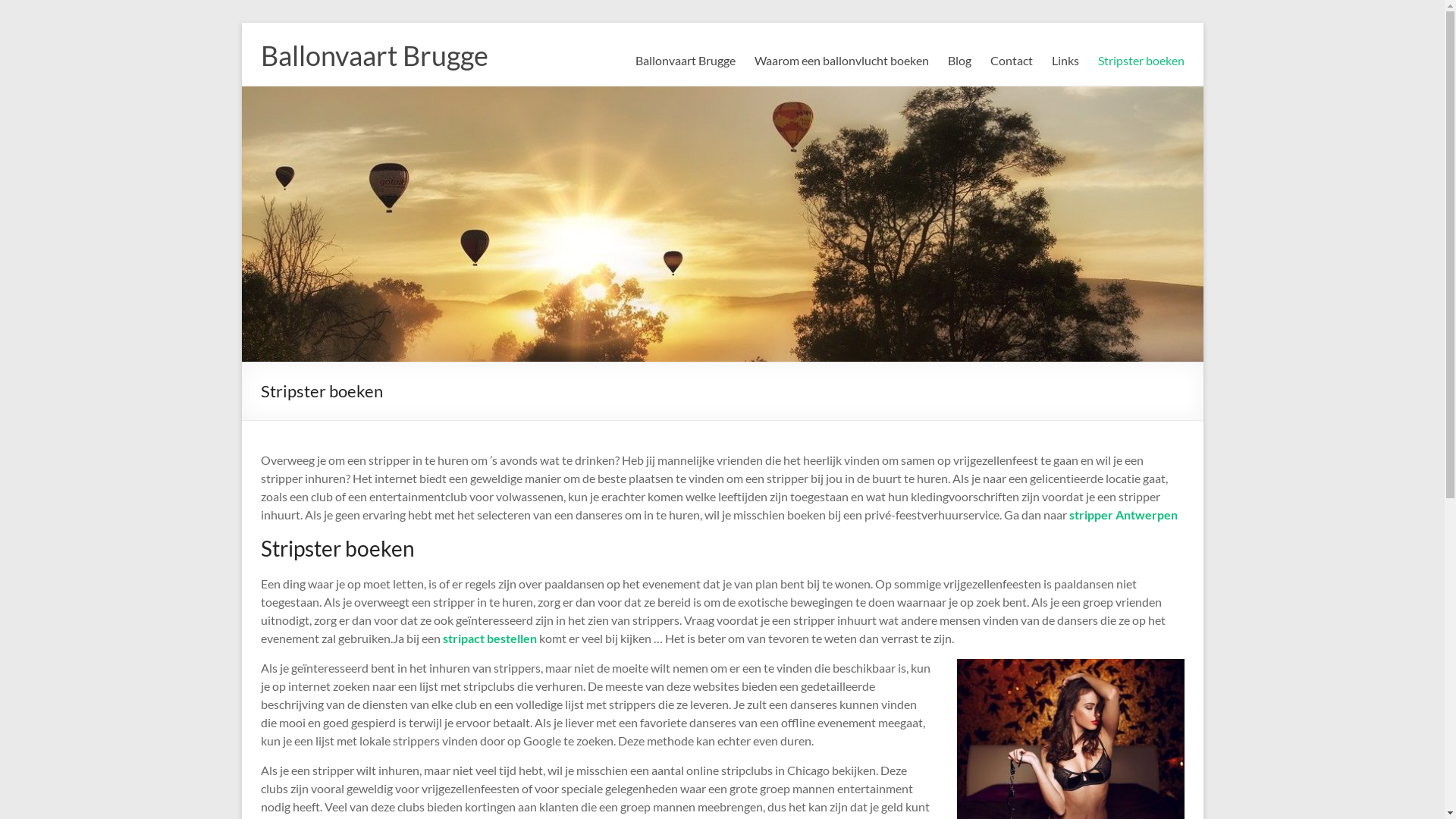 The height and width of the screenshot is (819, 1456). What do you see at coordinates (442, 638) in the screenshot?
I see `'stripact bestellen'` at bounding box center [442, 638].